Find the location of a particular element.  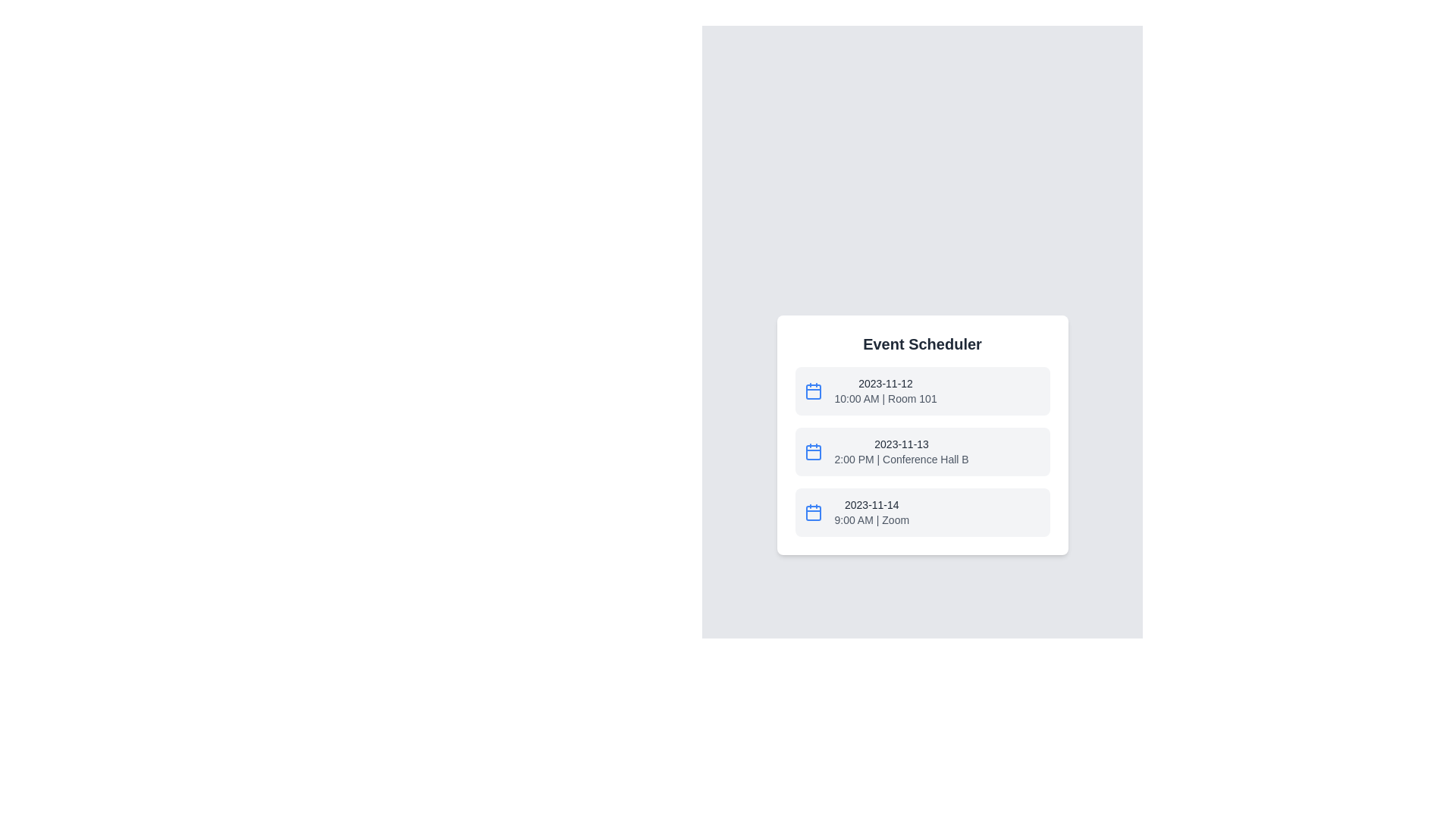

text content of the label displaying the date '2023-11-12' located in the first event entry of the 'Event Scheduler' section is located at coordinates (886, 382).